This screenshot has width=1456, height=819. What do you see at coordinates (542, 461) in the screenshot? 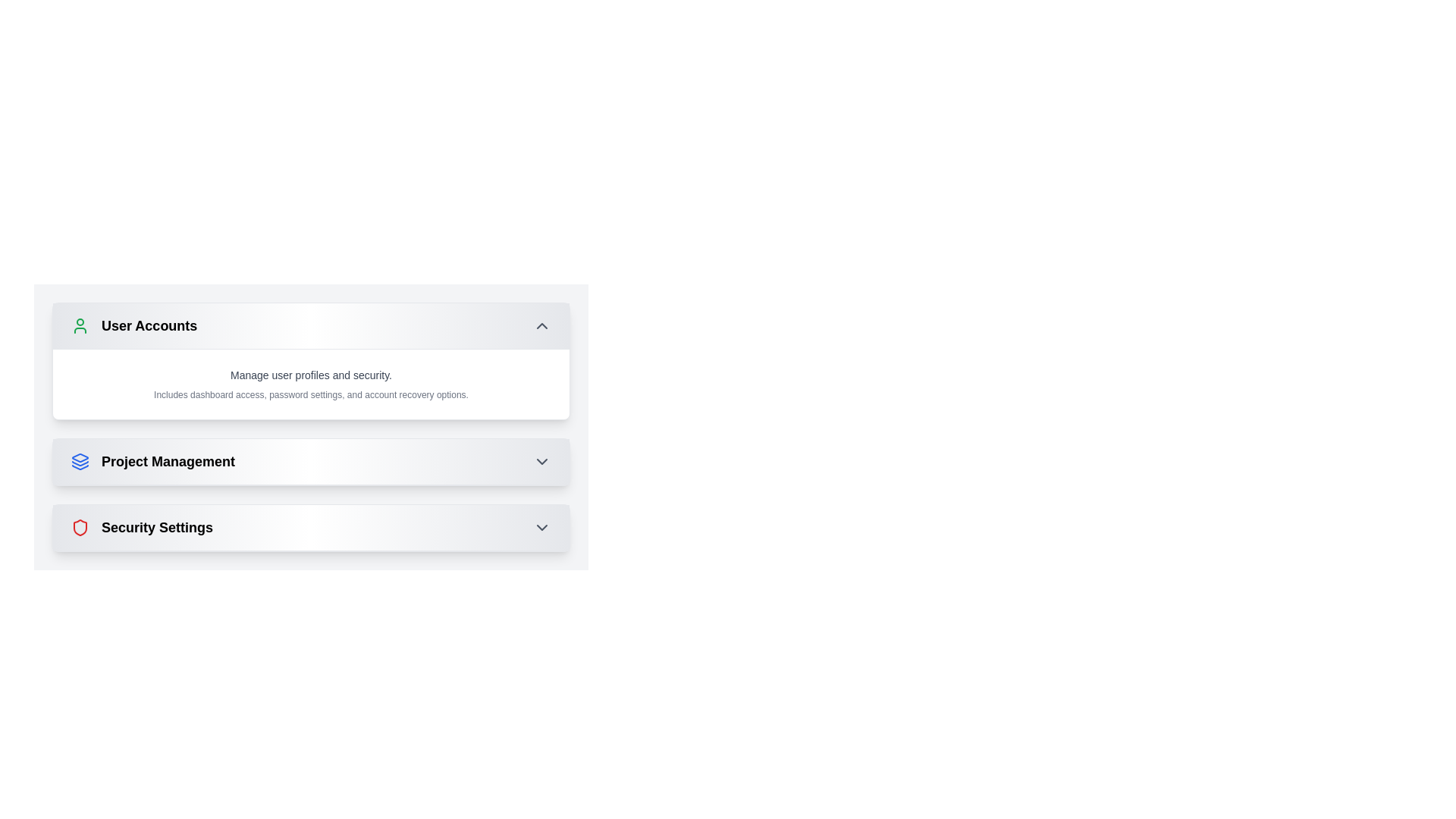
I see `the downward-facing chevron icon in the 'Project Management' section` at bounding box center [542, 461].